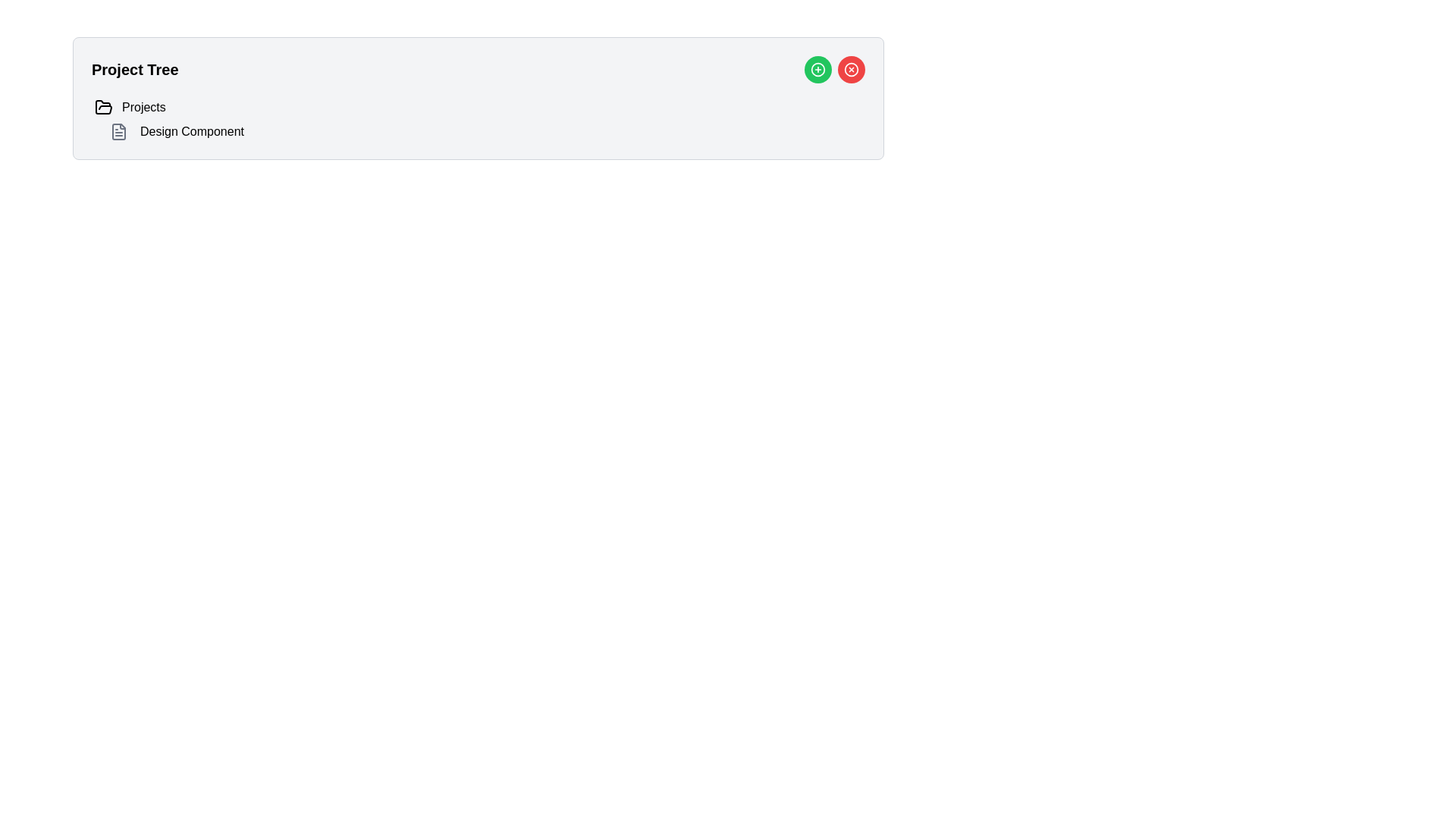  What do you see at coordinates (817, 70) in the screenshot?
I see `the green circular button featuring a white plus icon located at the top-right corner of the 'Project Tree' panel` at bounding box center [817, 70].